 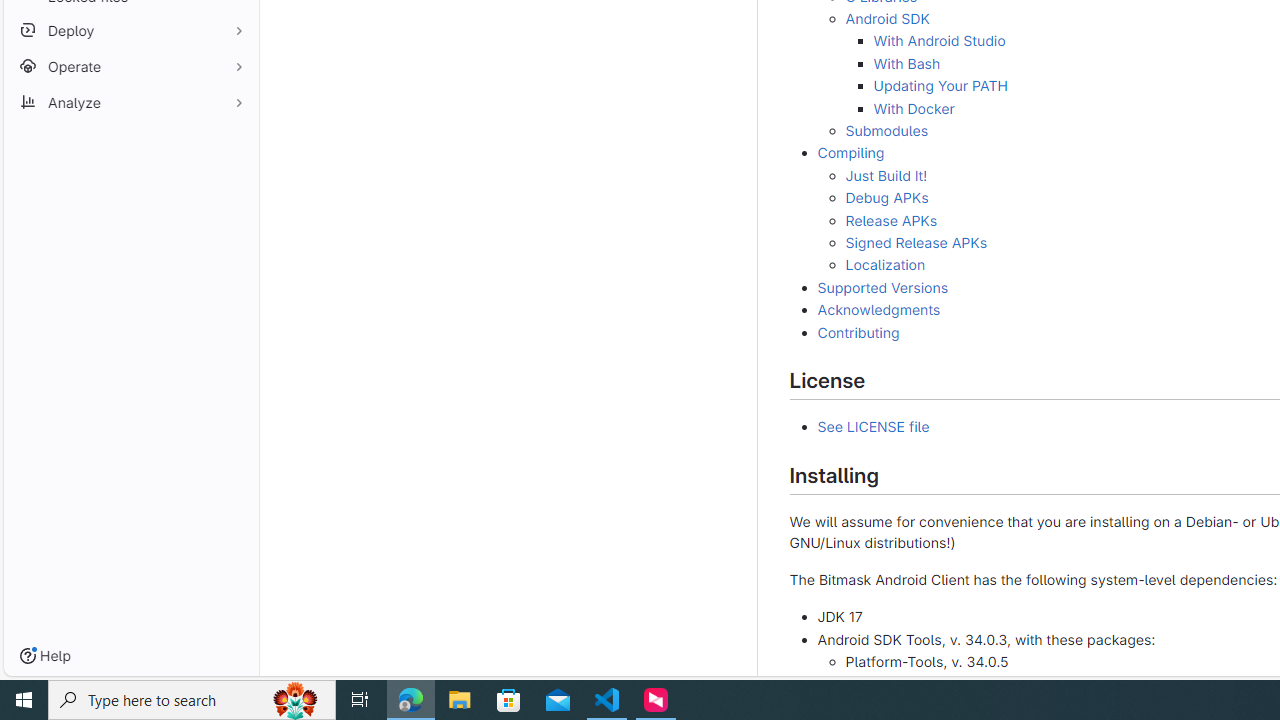 What do you see at coordinates (938, 40) in the screenshot?
I see `'With Android Studio'` at bounding box center [938, 40].